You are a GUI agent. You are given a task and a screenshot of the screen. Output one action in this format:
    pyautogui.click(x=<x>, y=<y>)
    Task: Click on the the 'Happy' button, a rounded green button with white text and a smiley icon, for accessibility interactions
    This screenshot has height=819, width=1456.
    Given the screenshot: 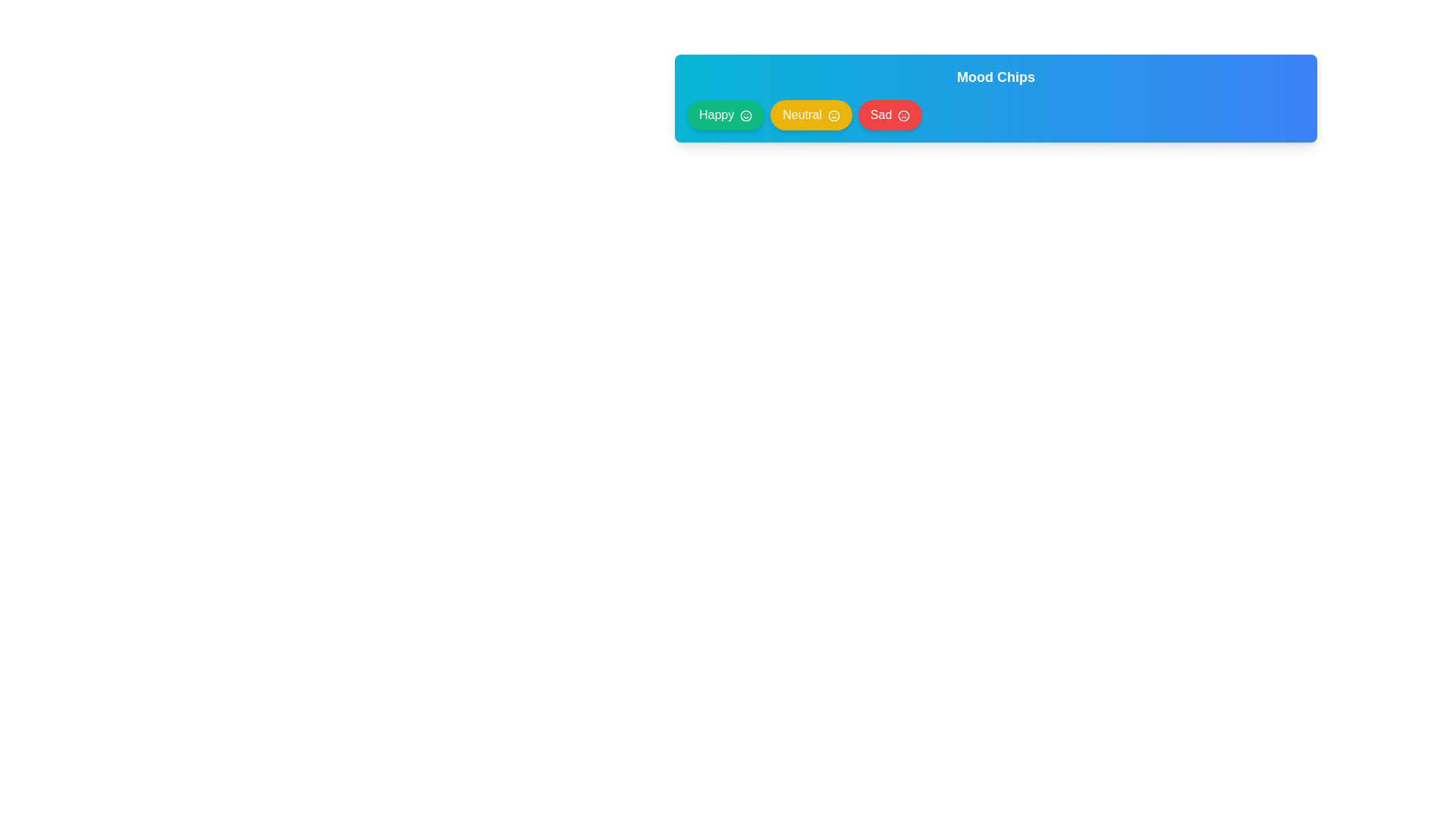 What is the action you would take?
    pyautogui.click(x=725, y=114)
    